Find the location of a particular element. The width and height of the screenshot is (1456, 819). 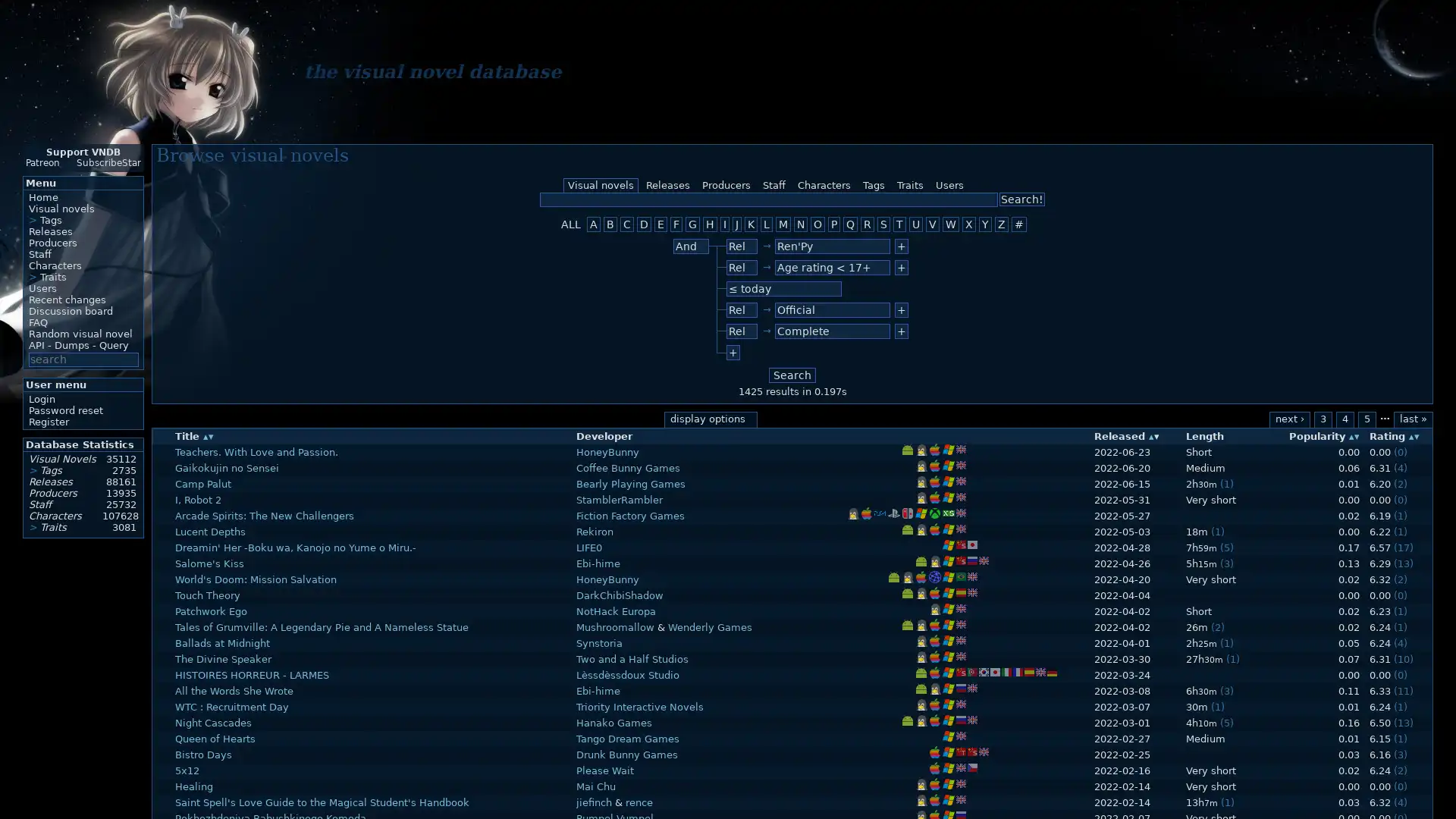

I is located at coordinates (723, 224).